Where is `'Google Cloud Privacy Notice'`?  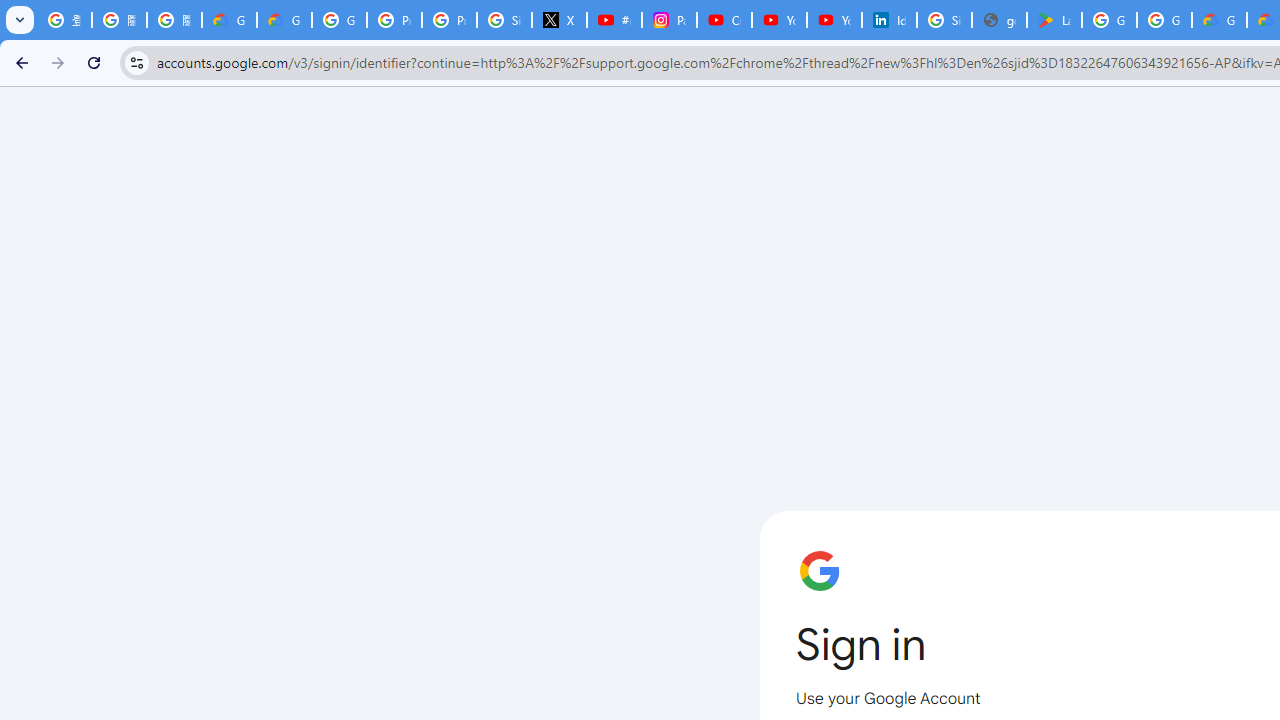 'Google Cloud Privacy Notice' is located at coordinates (229, 20).